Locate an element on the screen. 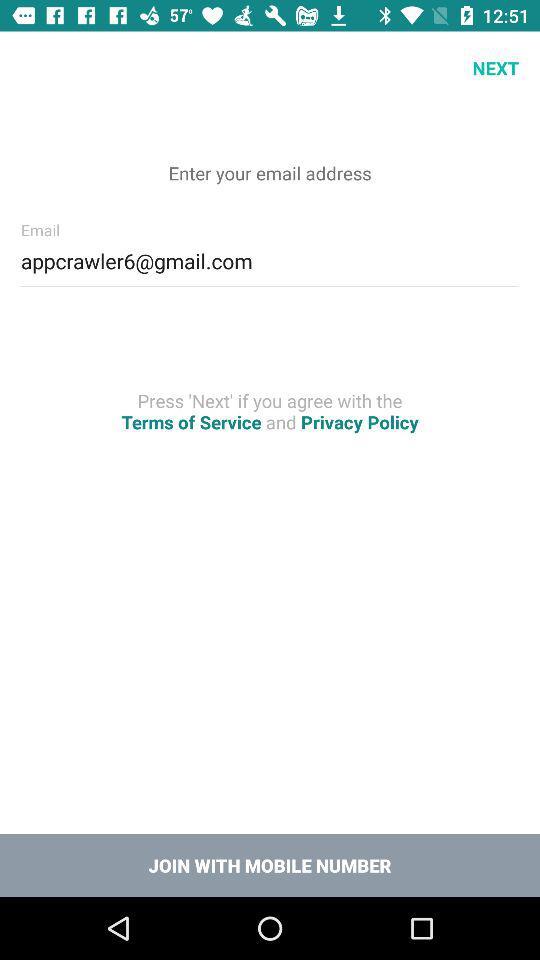  join with mobile icon is located at coordinates (270, 864).